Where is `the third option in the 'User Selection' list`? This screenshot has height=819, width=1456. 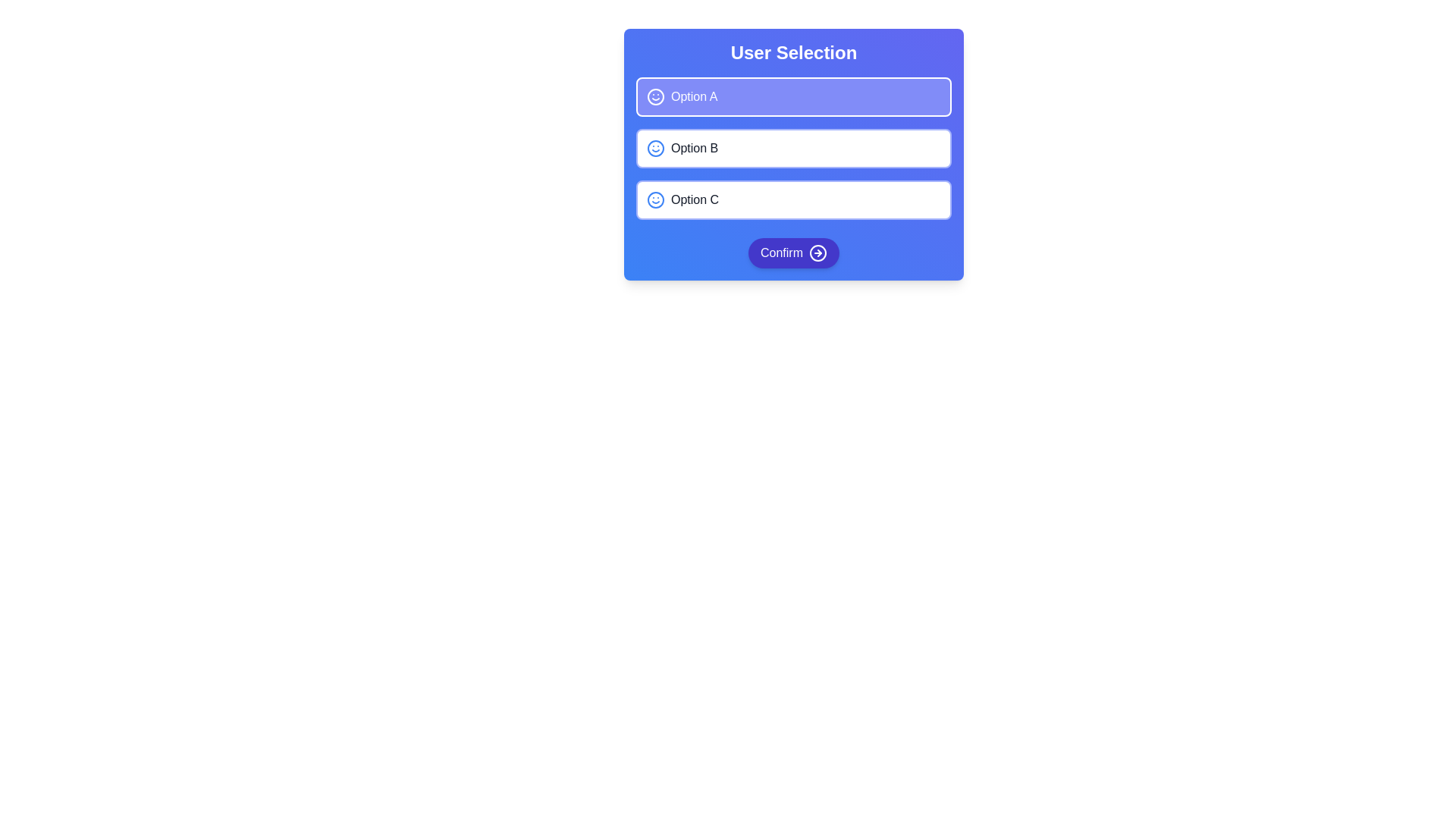
the third option in the 'User Selection' list is located at coordinates (792, 199).